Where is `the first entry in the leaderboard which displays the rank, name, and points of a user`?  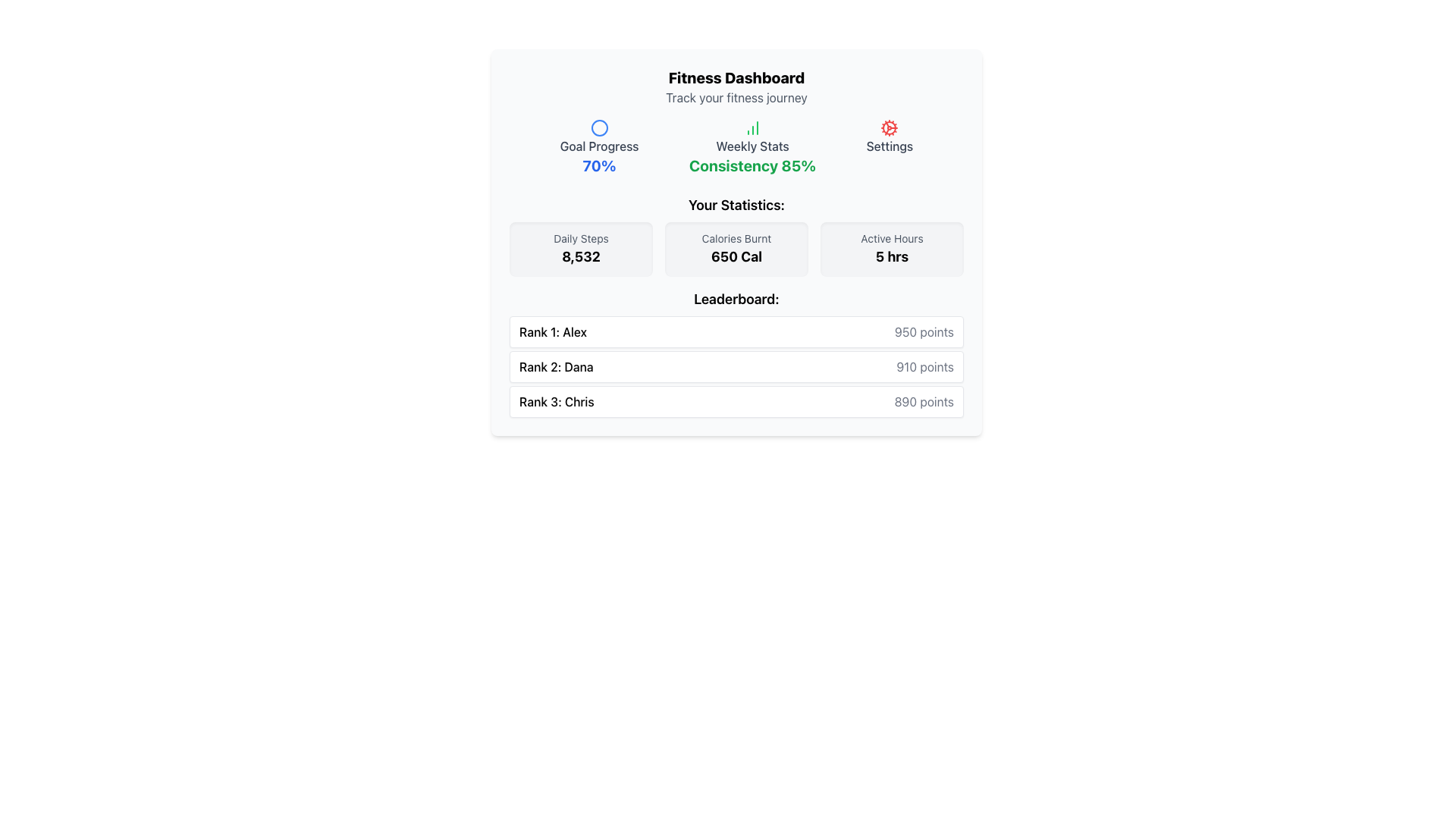
the first entry in the leaderboard which displays the rank, name, and points of a user is located at coordinates (736, 331).